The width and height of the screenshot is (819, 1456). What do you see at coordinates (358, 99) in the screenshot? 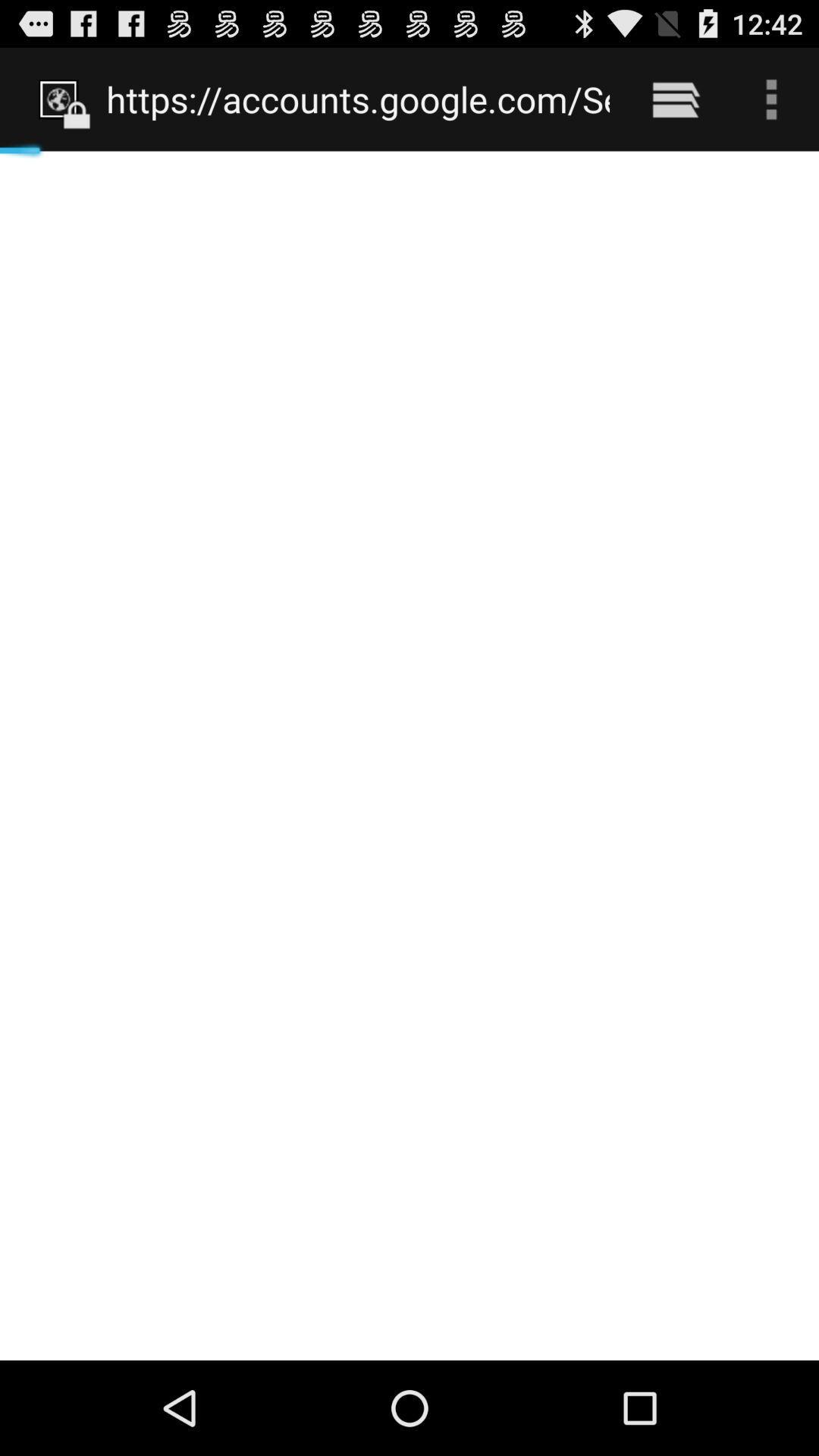
I see `https accounts google icon` at bounding box center [358, 99].